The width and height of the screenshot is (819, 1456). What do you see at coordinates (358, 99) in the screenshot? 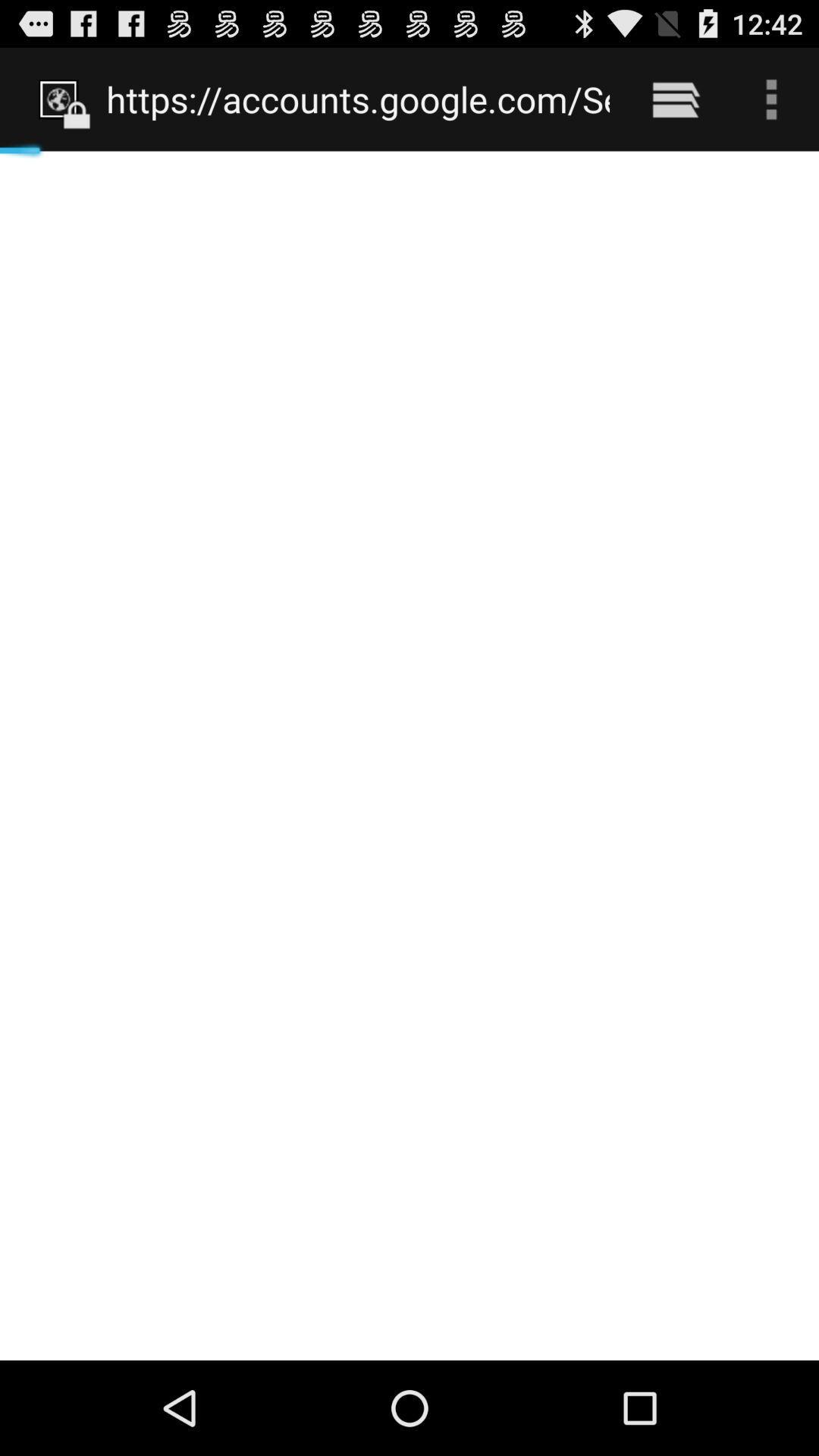
I see `https accounts google icon` at bounding box center [358, 99].